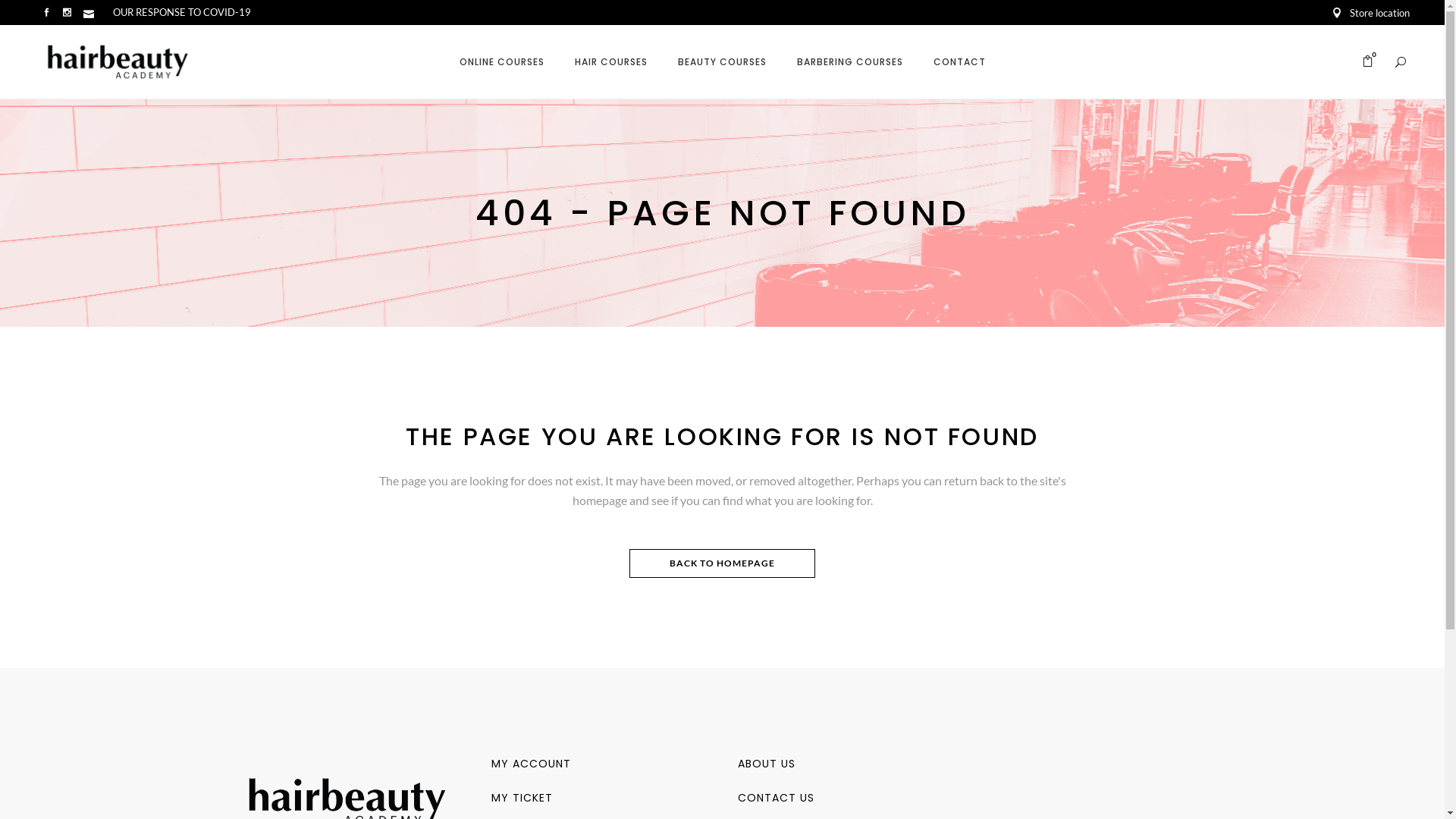  What do you see at coordinates (765, 763) in the screenshot?
I see `'ABOUT US'` at bounding box center [765, 763].